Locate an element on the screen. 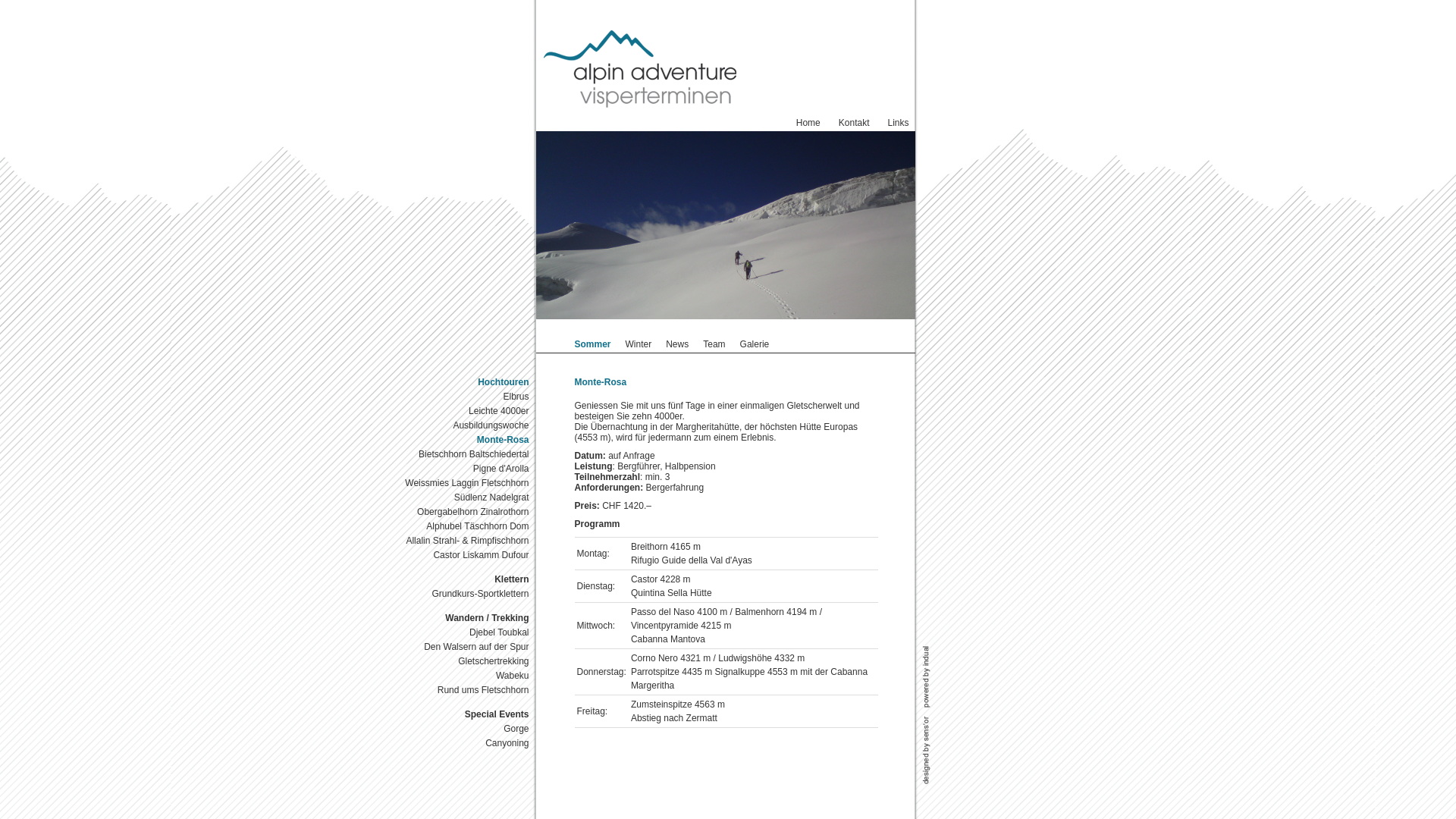 The height and width of the screenshot is (819, 1456). 'Allalin Strahl- & Rimpfischhorn' is located at coordinates (462, 540).